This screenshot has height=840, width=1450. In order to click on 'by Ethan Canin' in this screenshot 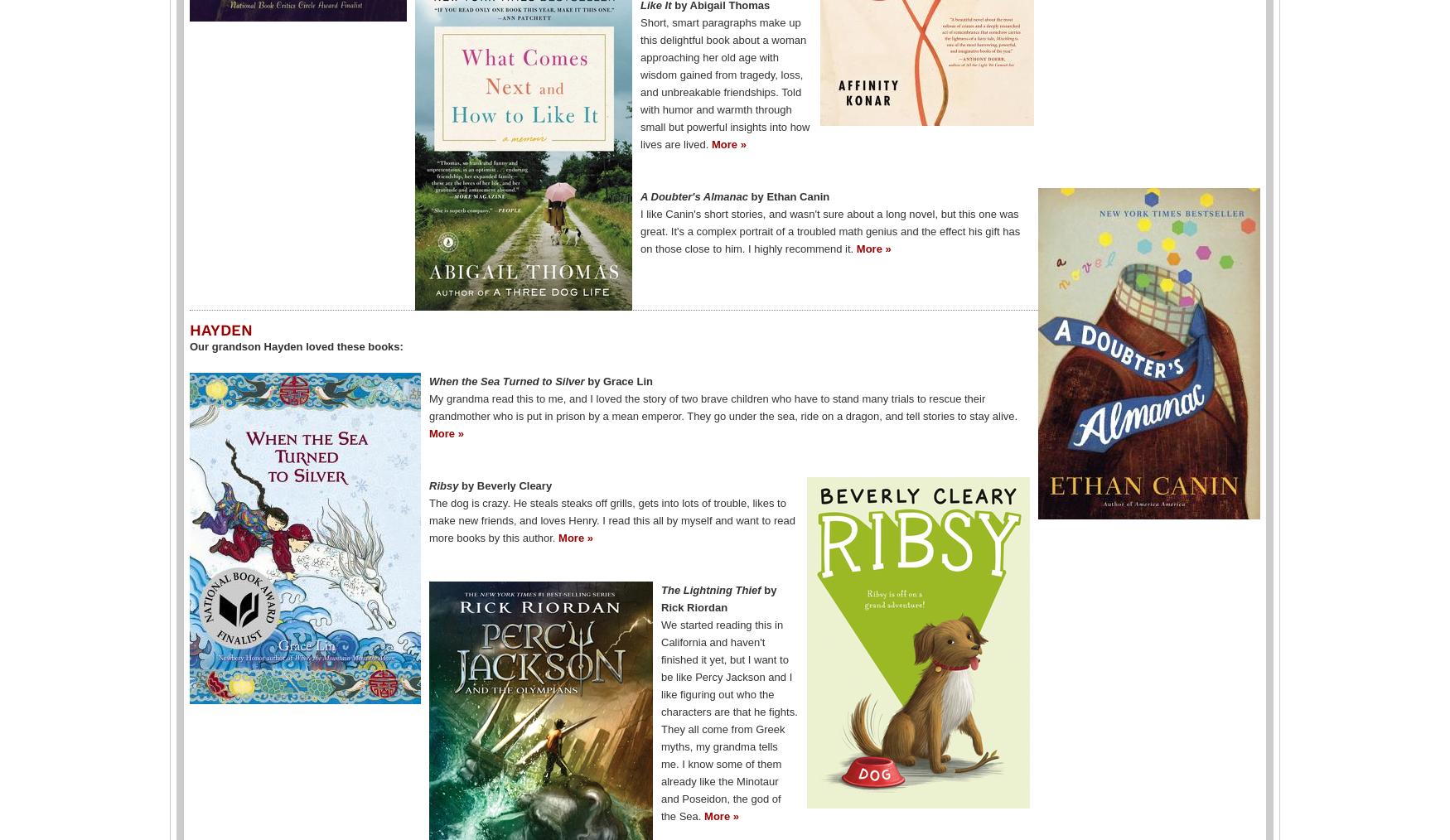, I will do `click(790, 195)`.